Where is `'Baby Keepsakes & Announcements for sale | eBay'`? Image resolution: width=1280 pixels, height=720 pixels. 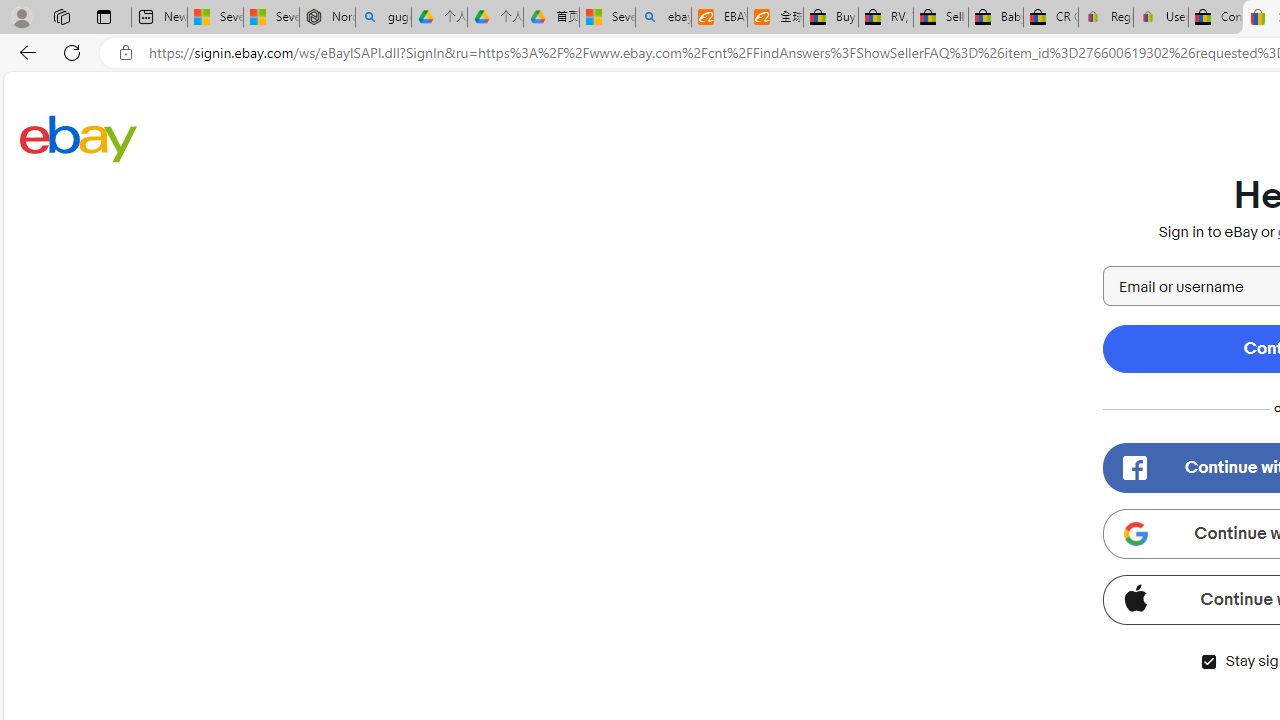
'Baby Keepsakes & Announcements for sale | eBay' is located at coordinates (995, 17).